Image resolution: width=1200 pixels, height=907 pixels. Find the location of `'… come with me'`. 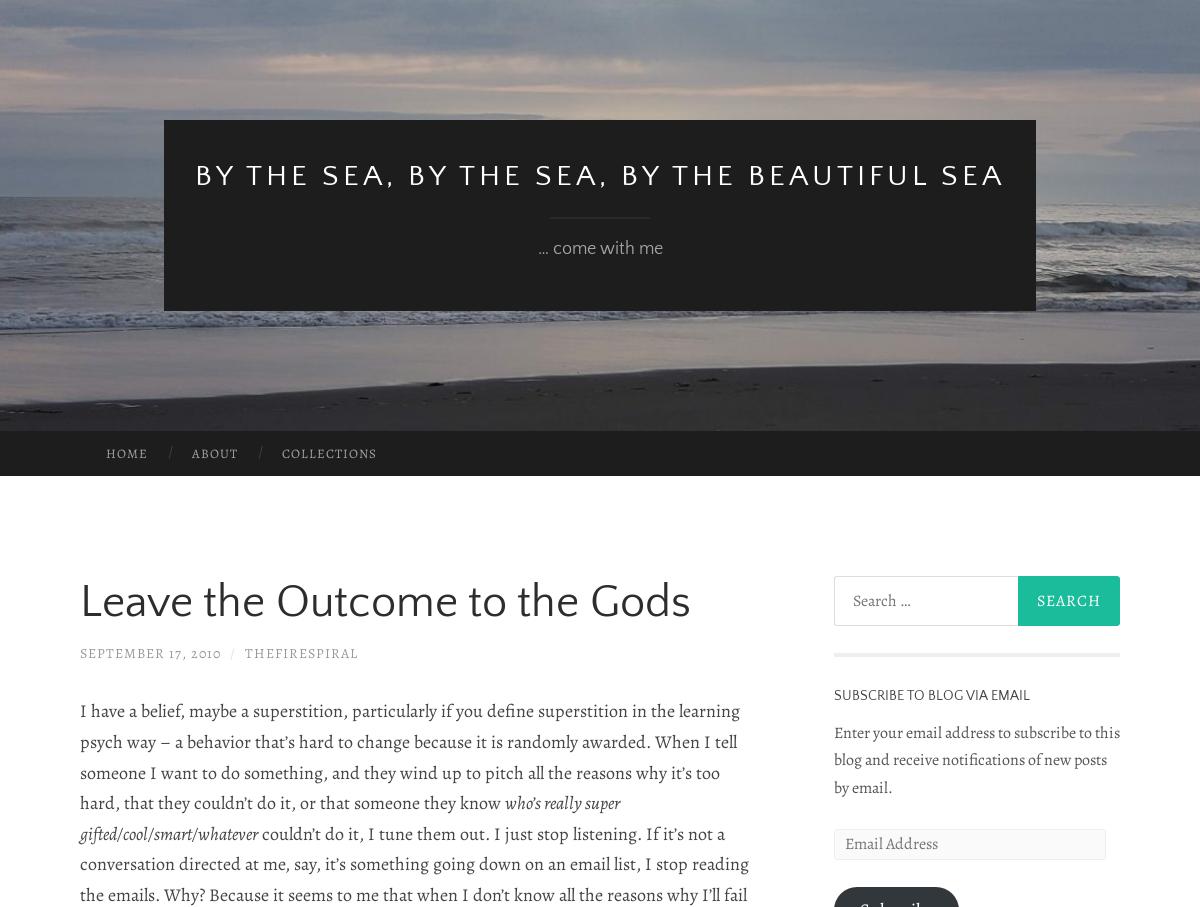

'… come with me' is located at coordinates (598, 247).